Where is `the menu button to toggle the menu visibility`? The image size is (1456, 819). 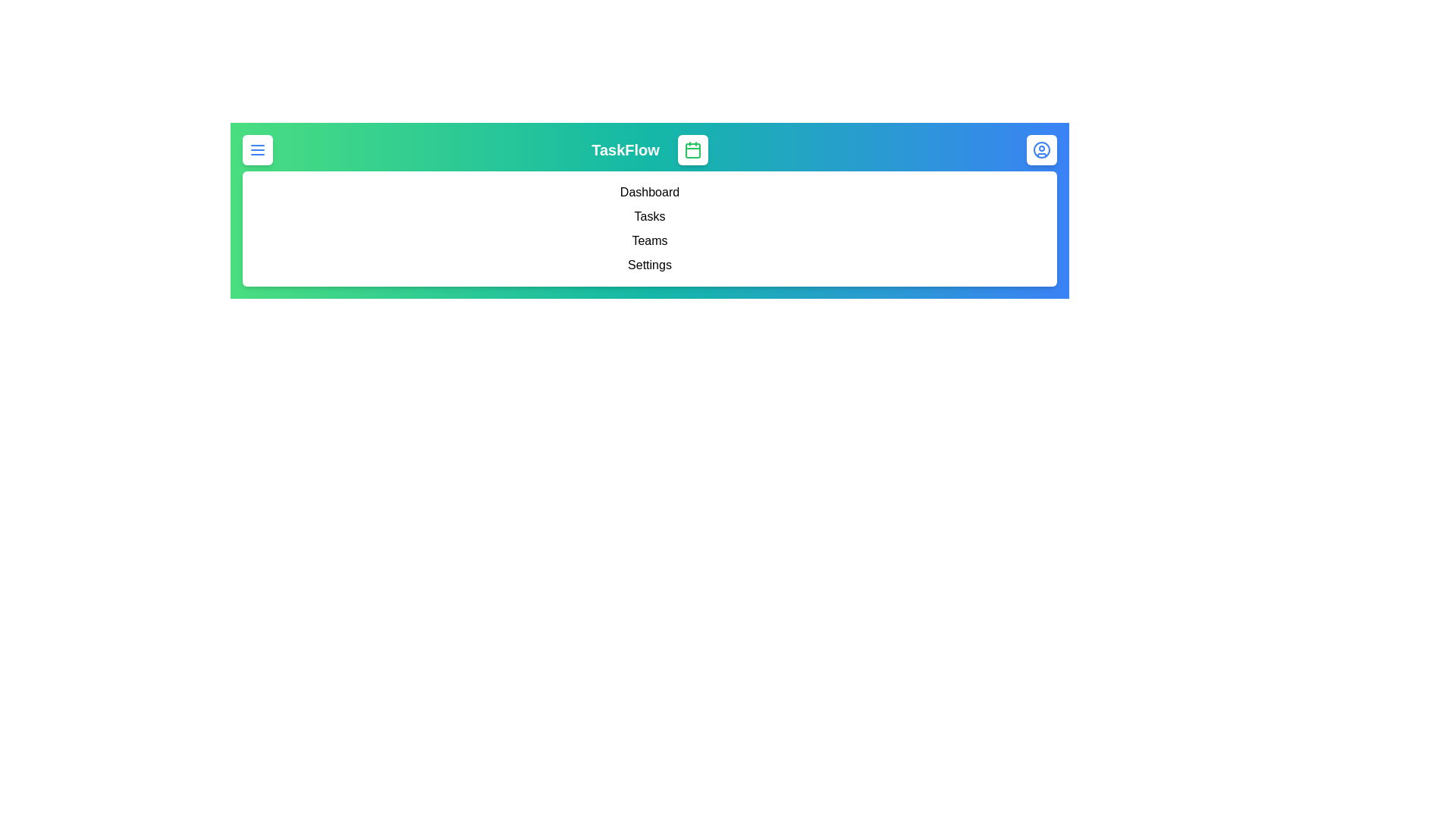
the menu button to toggle the menu visibility is located at coordinates (258, 149).